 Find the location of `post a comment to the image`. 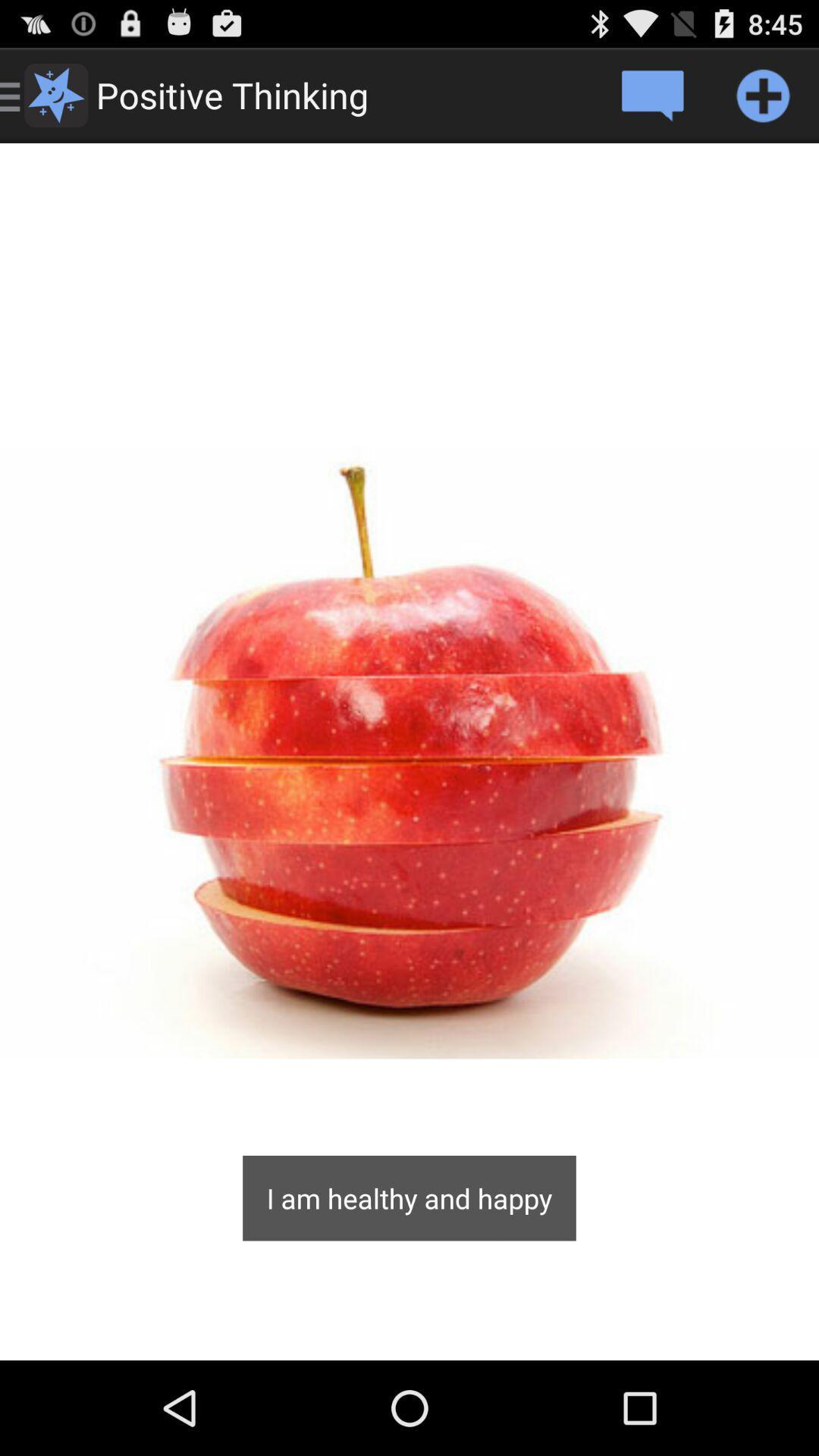

post a comment to the image is located at coordinates (651, 94).